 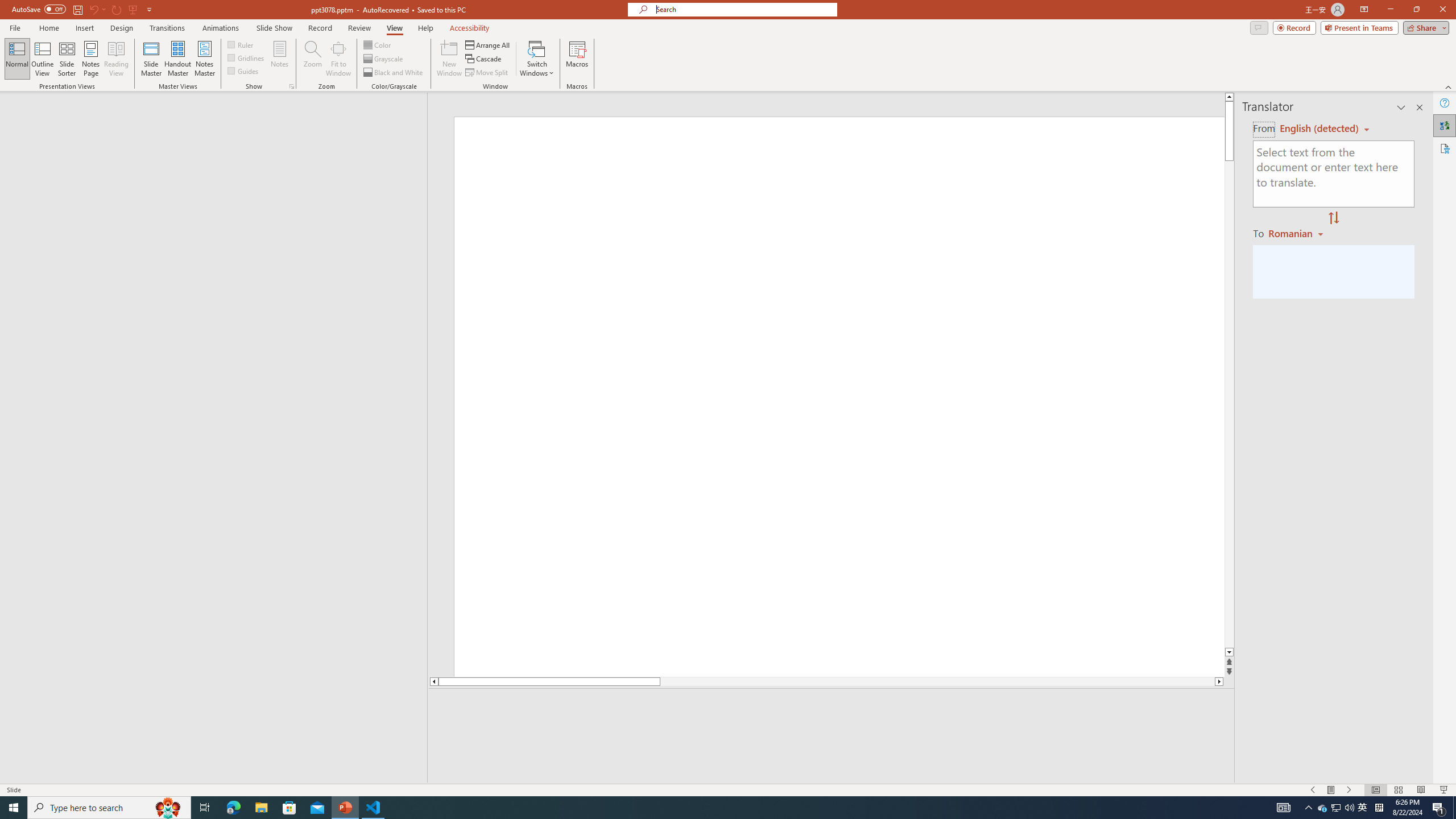 I want to click on 'Slide Show Next On', so click(x=1349, y=790).